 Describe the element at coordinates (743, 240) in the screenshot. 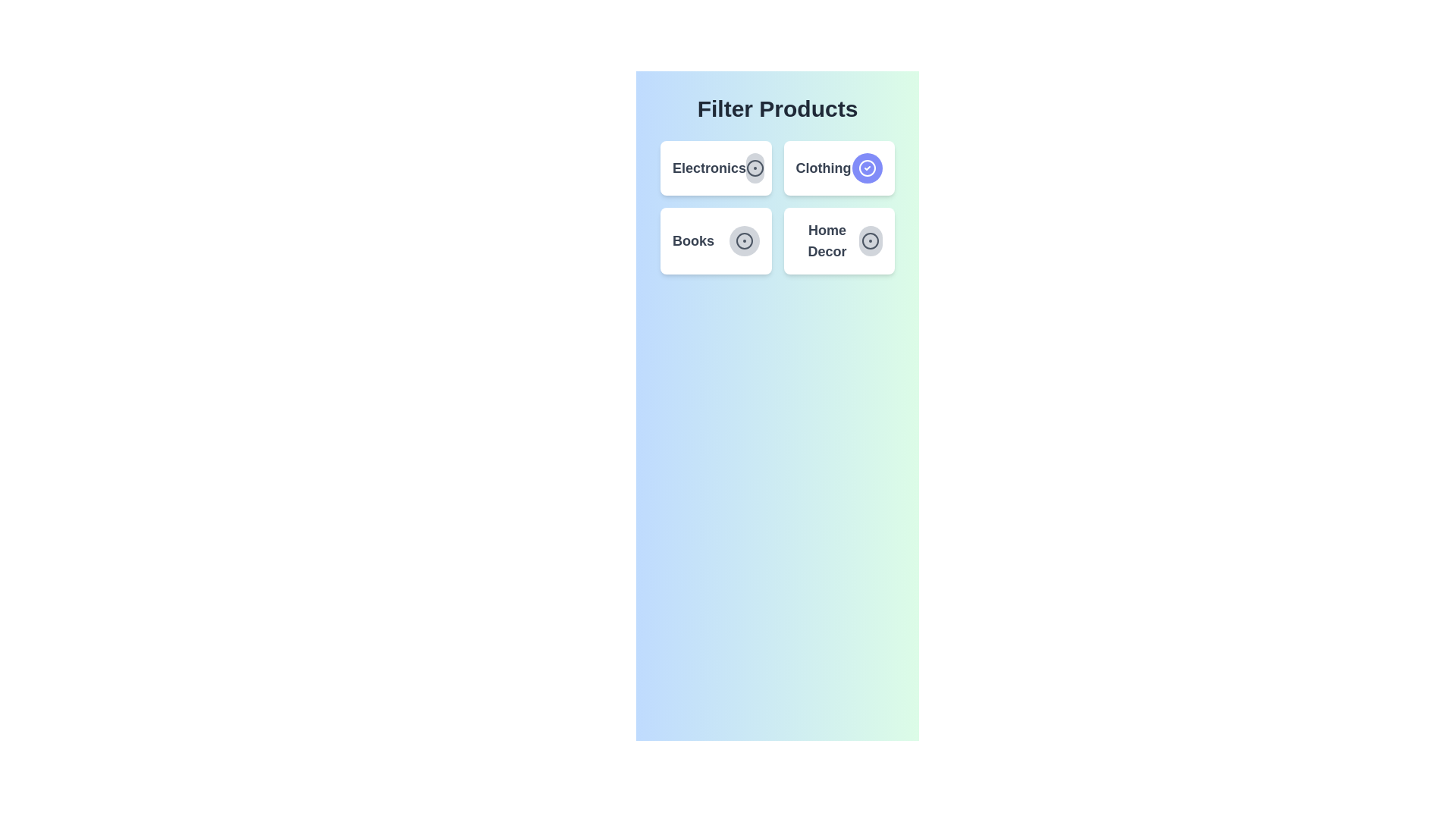

I see `the category Books` at that location.